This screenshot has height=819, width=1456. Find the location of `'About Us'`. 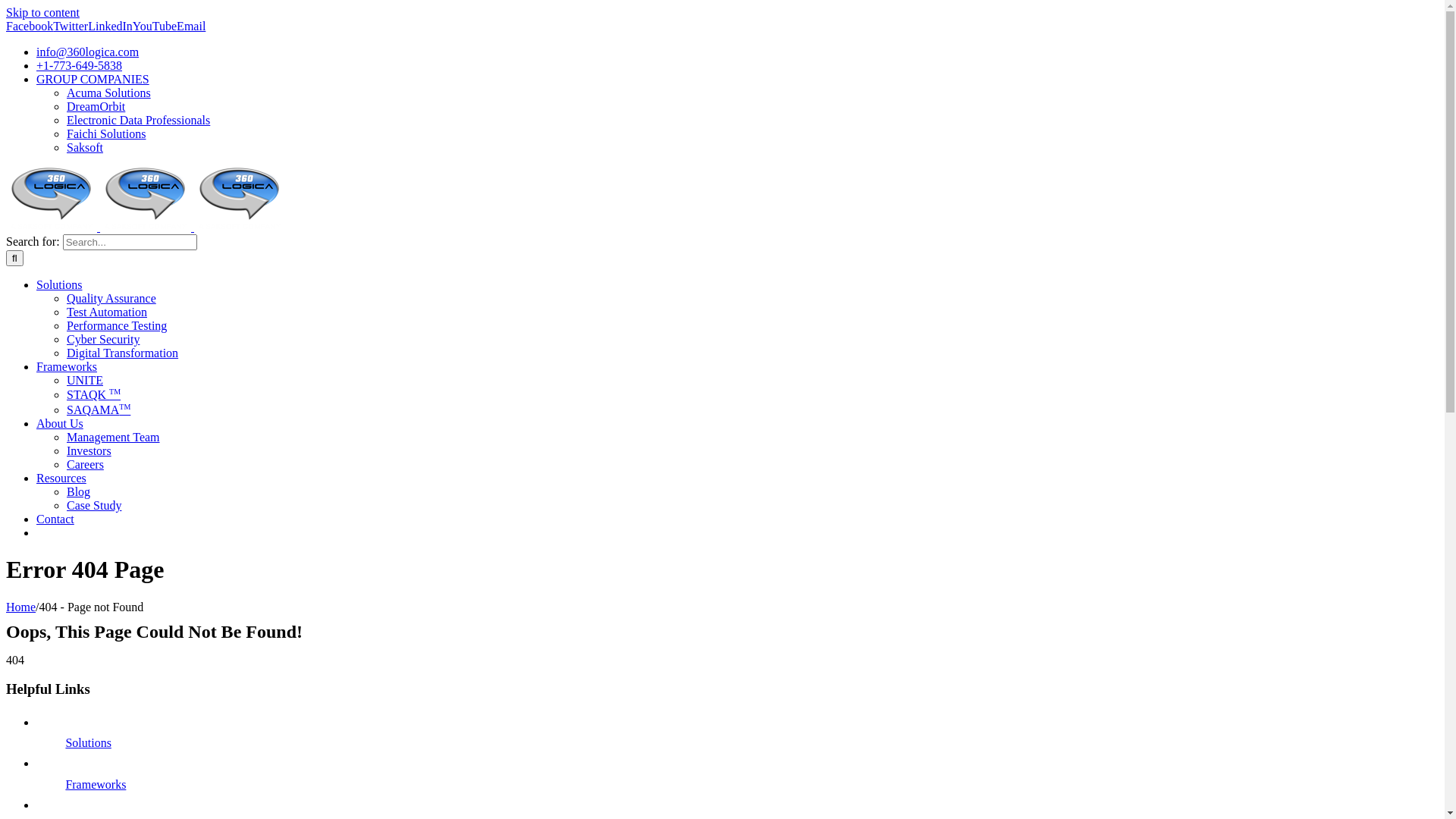

'About Us' is located at coordinates (59, 423).